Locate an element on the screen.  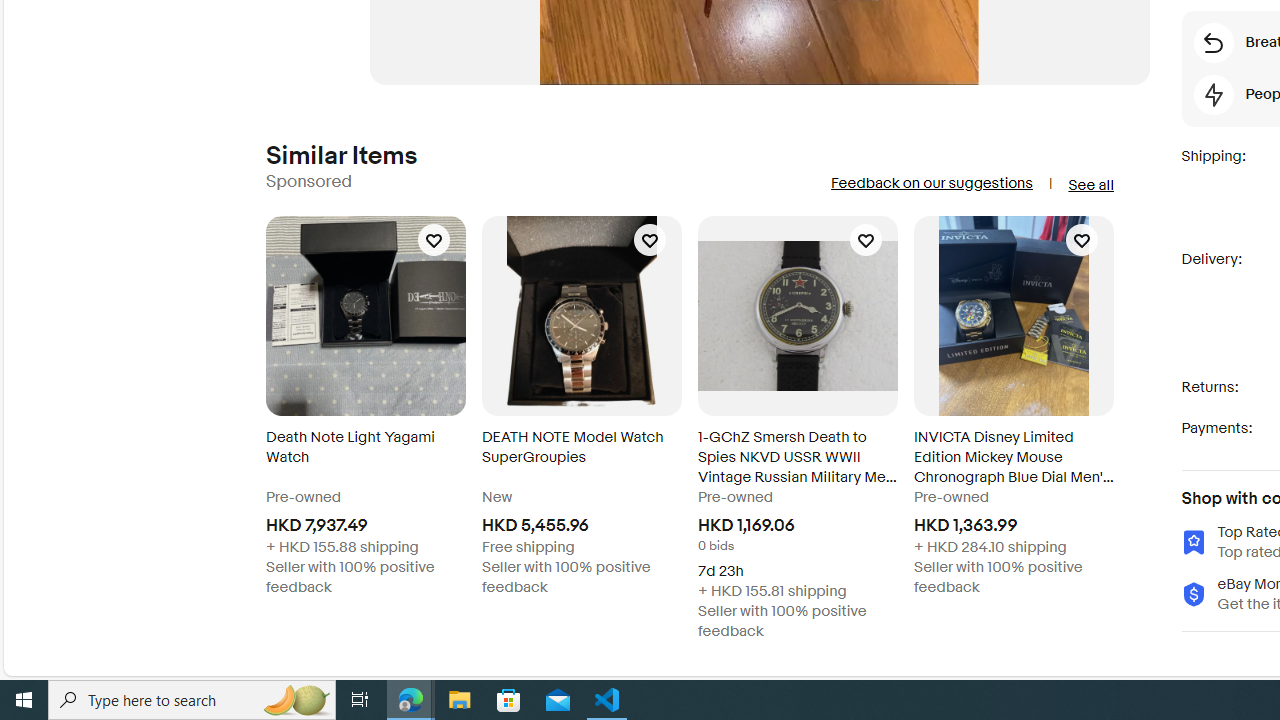
'Add Death Note Light Yagami Watch to your watch list' is located at coordinates (432, 239).